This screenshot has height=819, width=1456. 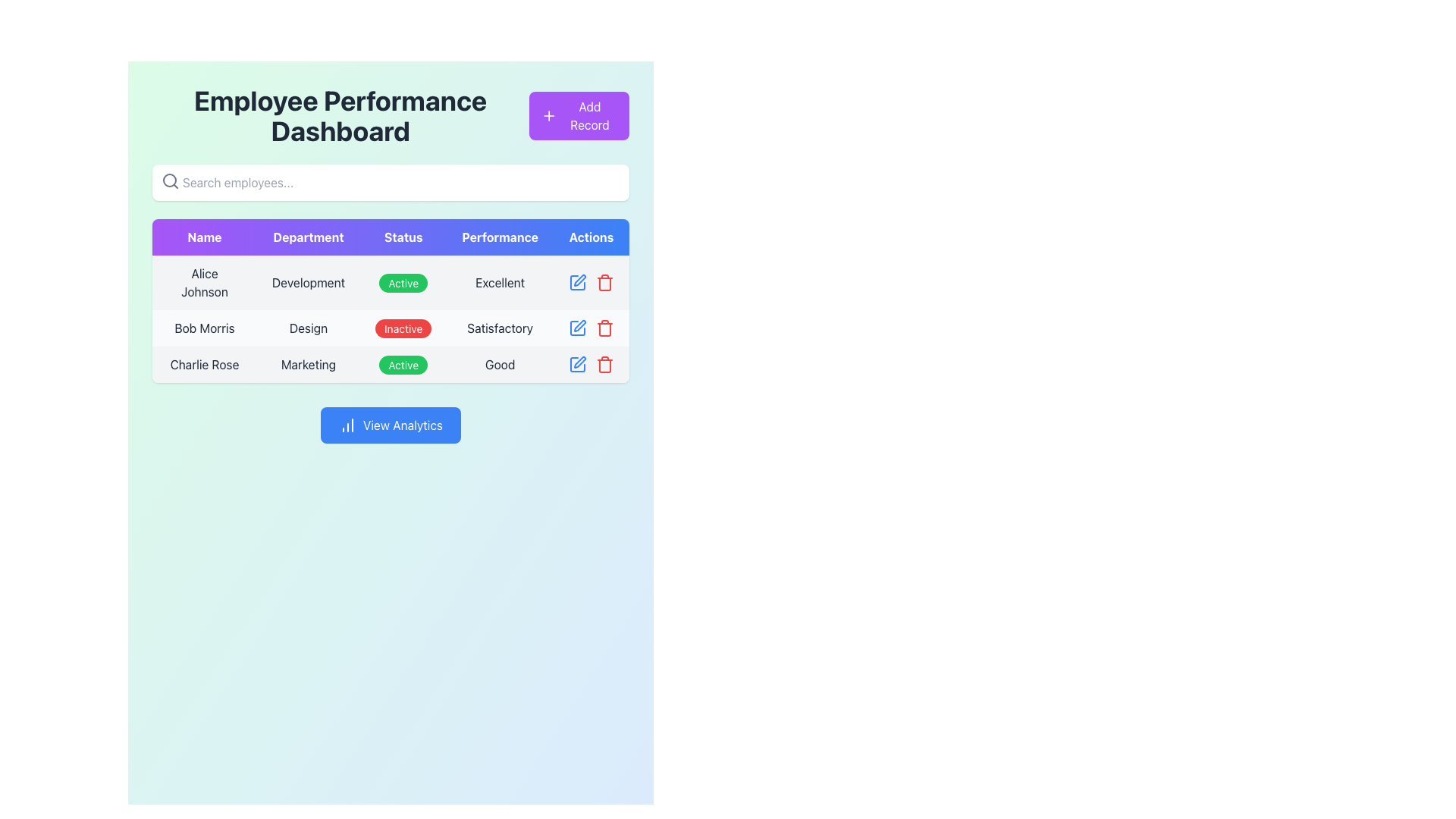 I want to click on the Status Badge with red background and white text displaying 'Inactive' in the Status column of Bob Morris's row, so click(x=403, y=328).